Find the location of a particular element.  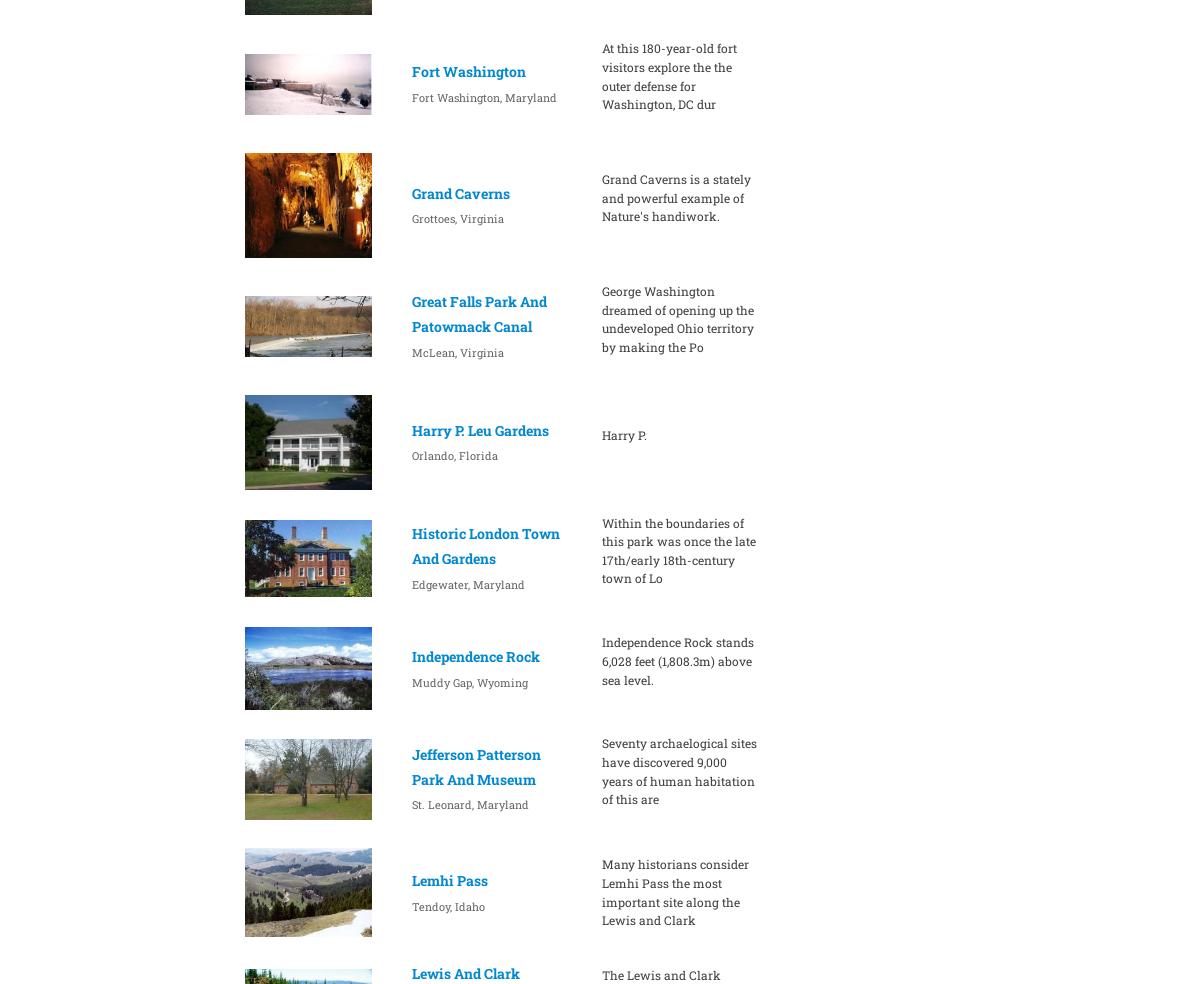

'George Washington dreamed of opening up the undeveloped Ohio territory by making the Po' is located at coordinates (600, 317).